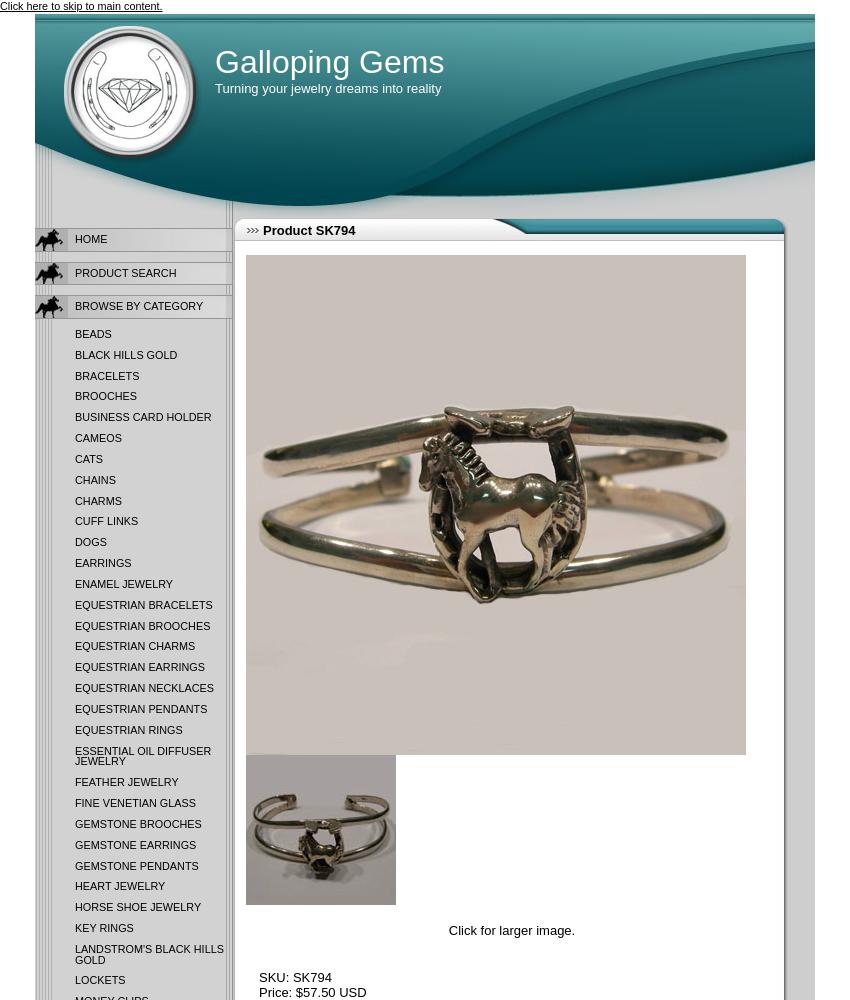 Image resolution: width=850 pixels, height=1000 pixels. Describe the element at coordinates (91, 332) in the screenshot. I see `'Beads'` at that location.